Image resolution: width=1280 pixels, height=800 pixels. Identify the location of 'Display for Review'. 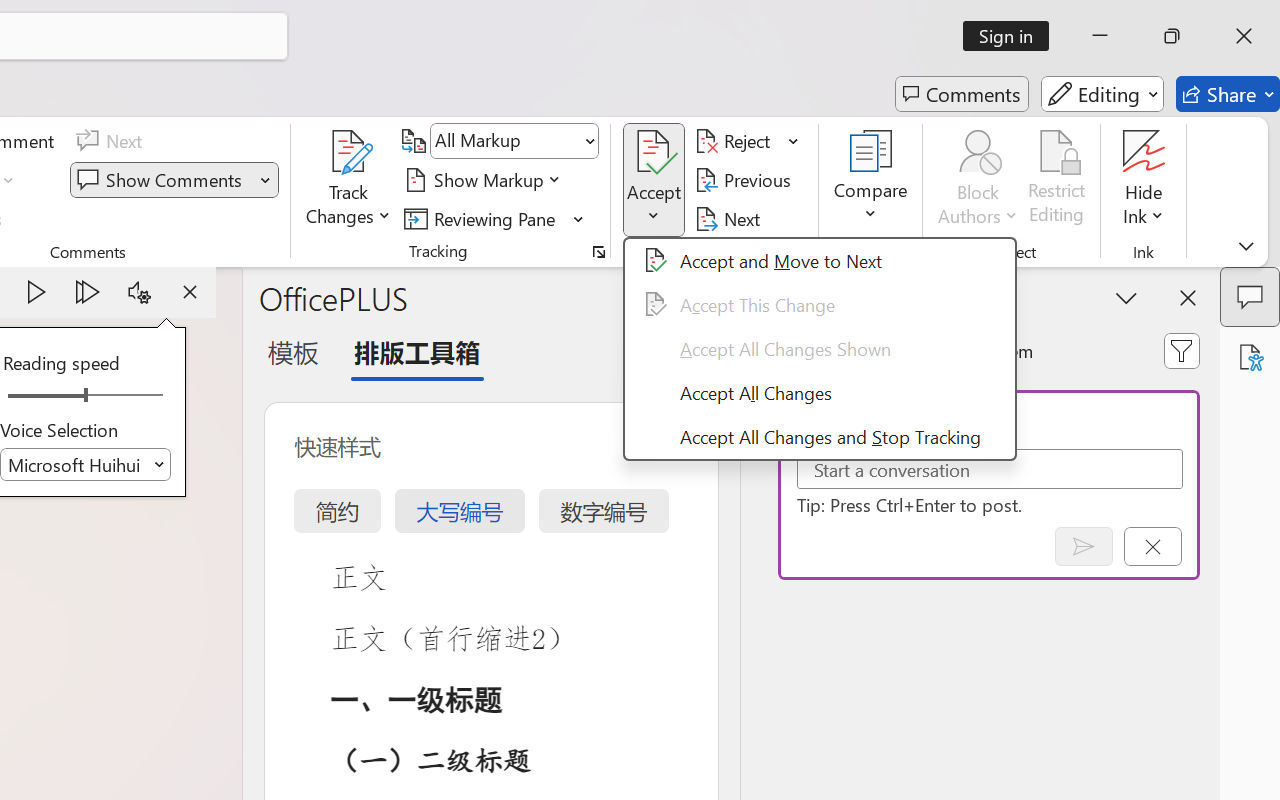
(514, 141).